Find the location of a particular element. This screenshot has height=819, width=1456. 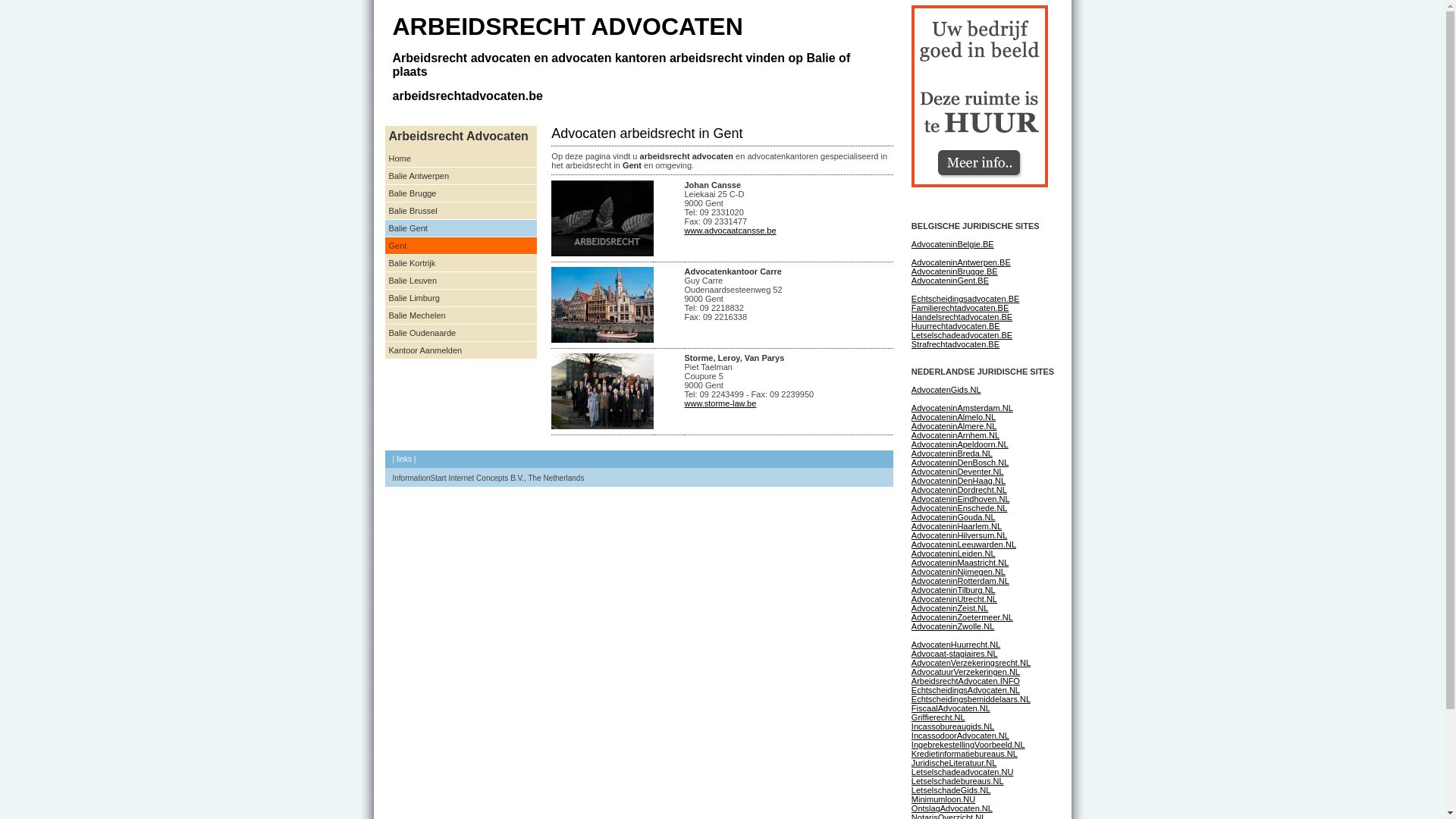

'Balie Gent' is located at coordinates (460, 228).